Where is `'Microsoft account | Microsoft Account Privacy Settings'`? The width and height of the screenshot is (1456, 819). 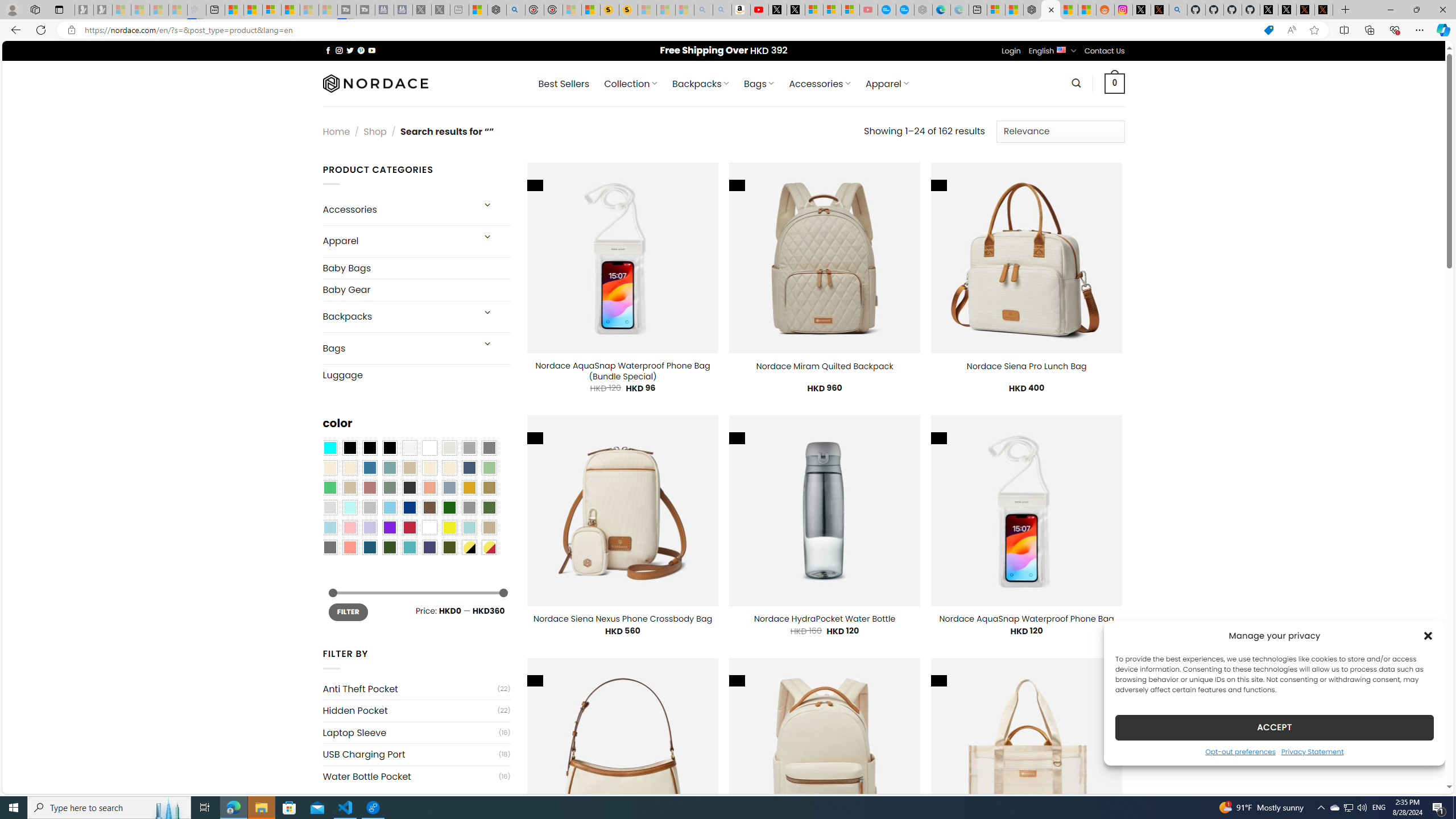 'Microsoft account | Microsoft Account Privacy Settings' is located at coordinates (996, 9).